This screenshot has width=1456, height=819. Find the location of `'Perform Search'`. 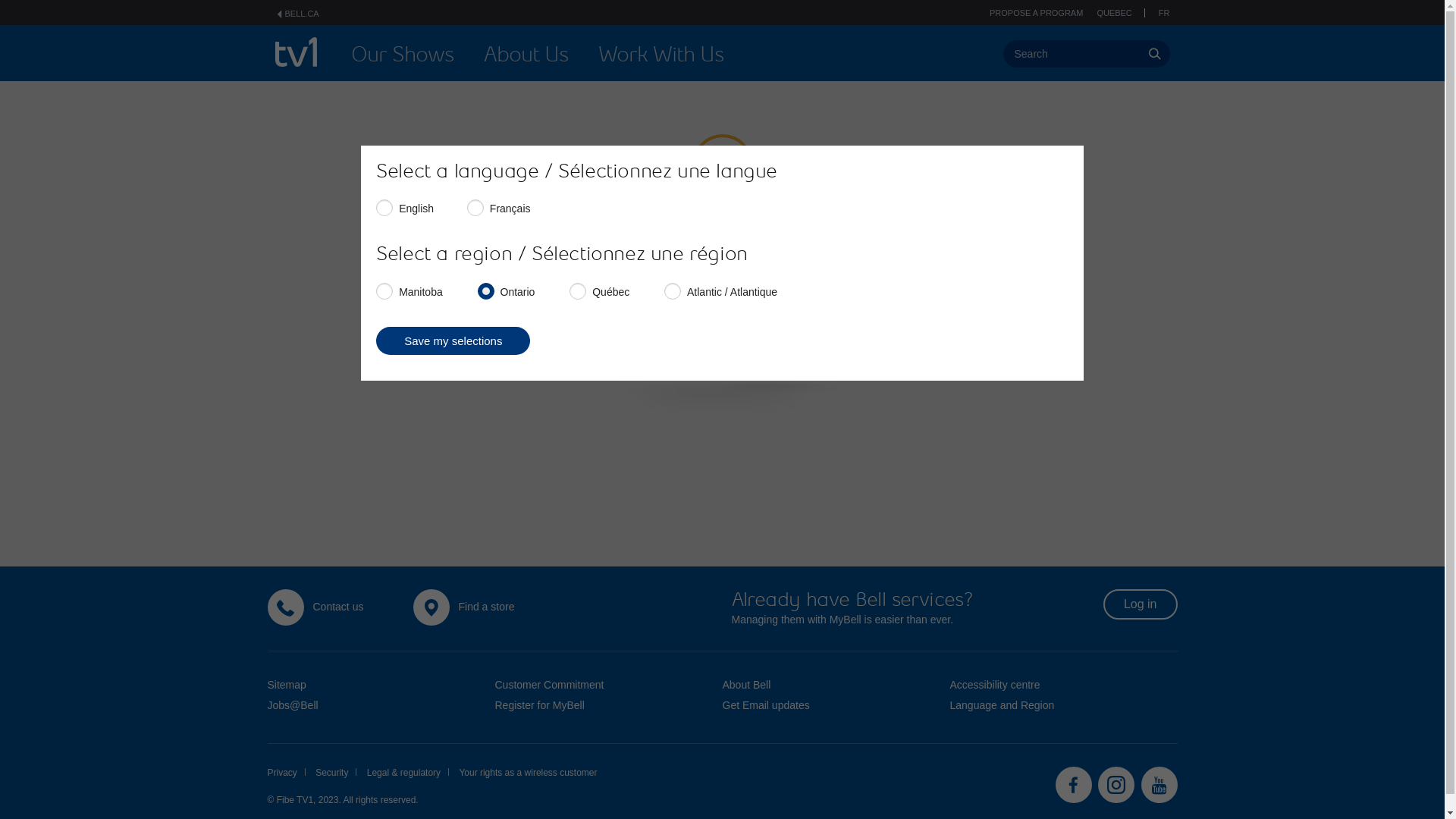

'Perform Search' is located at coordinates (1153, 52).